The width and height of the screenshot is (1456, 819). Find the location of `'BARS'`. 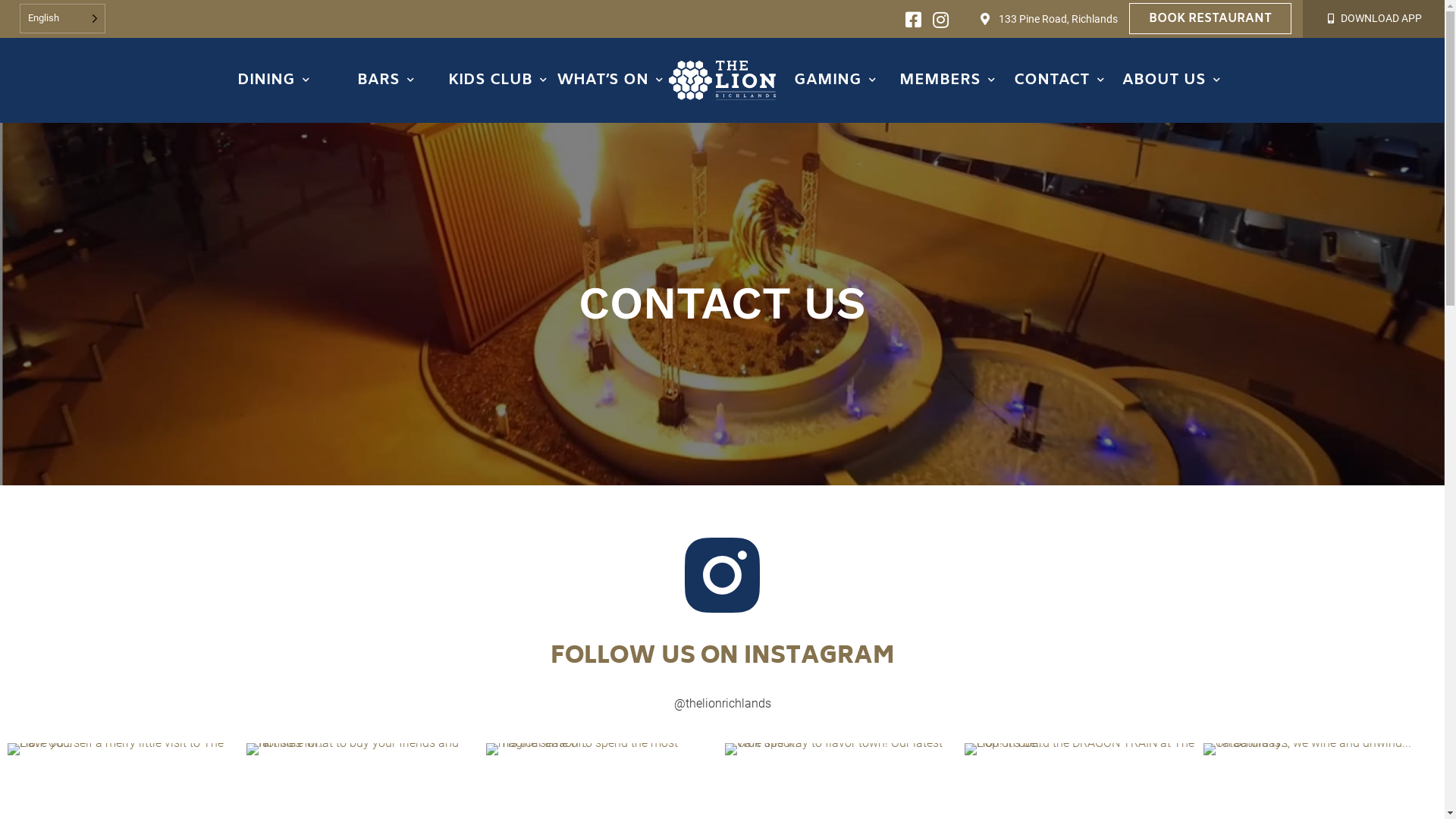

'BARS' is located at coordinates (385, 80).